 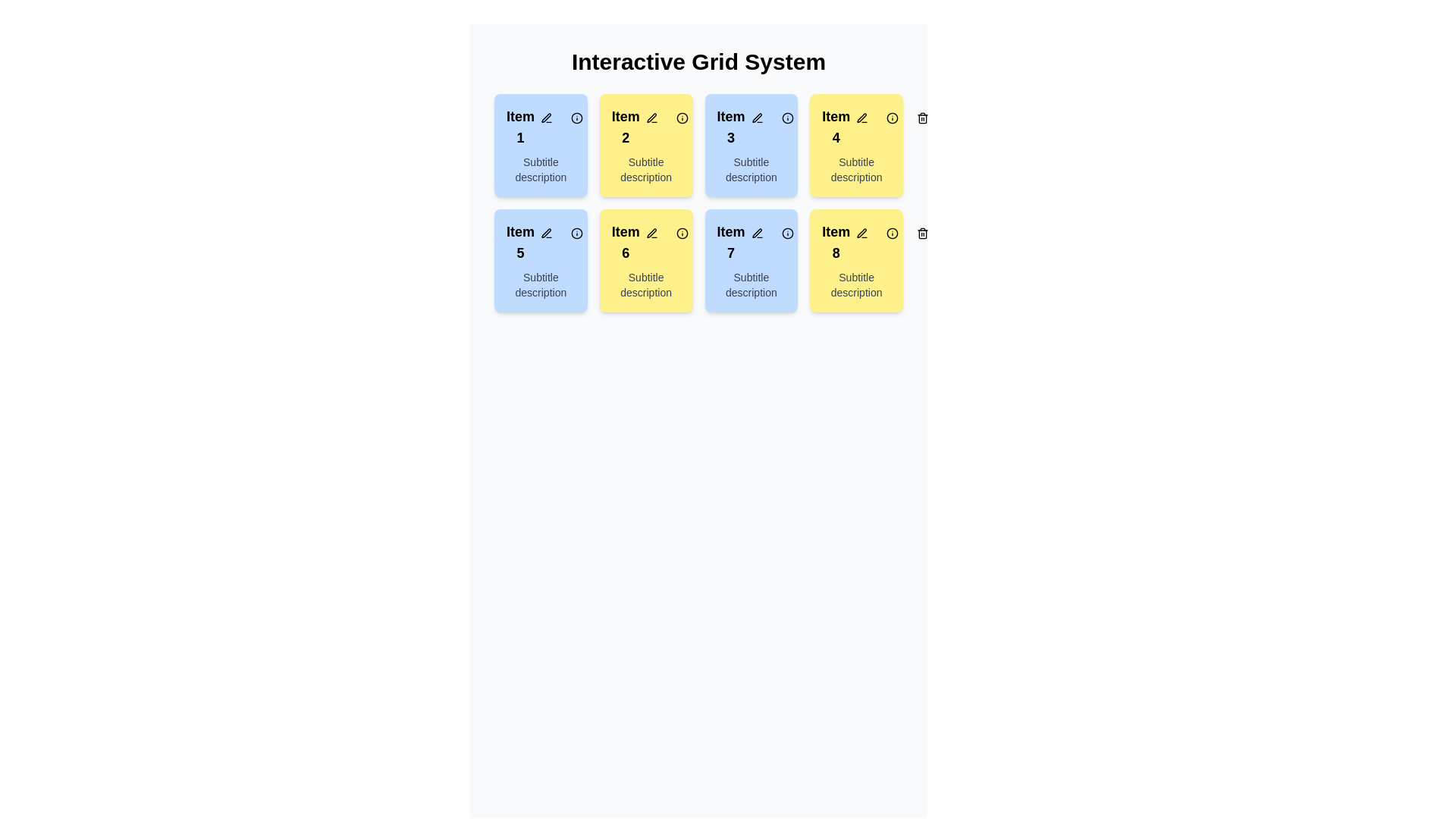 What do you see at coordinates (576, 234) in the screenshot?
I see `the informational icon located in the top-right corner of the fifth item in the grid` at bounding box center [576, 234].